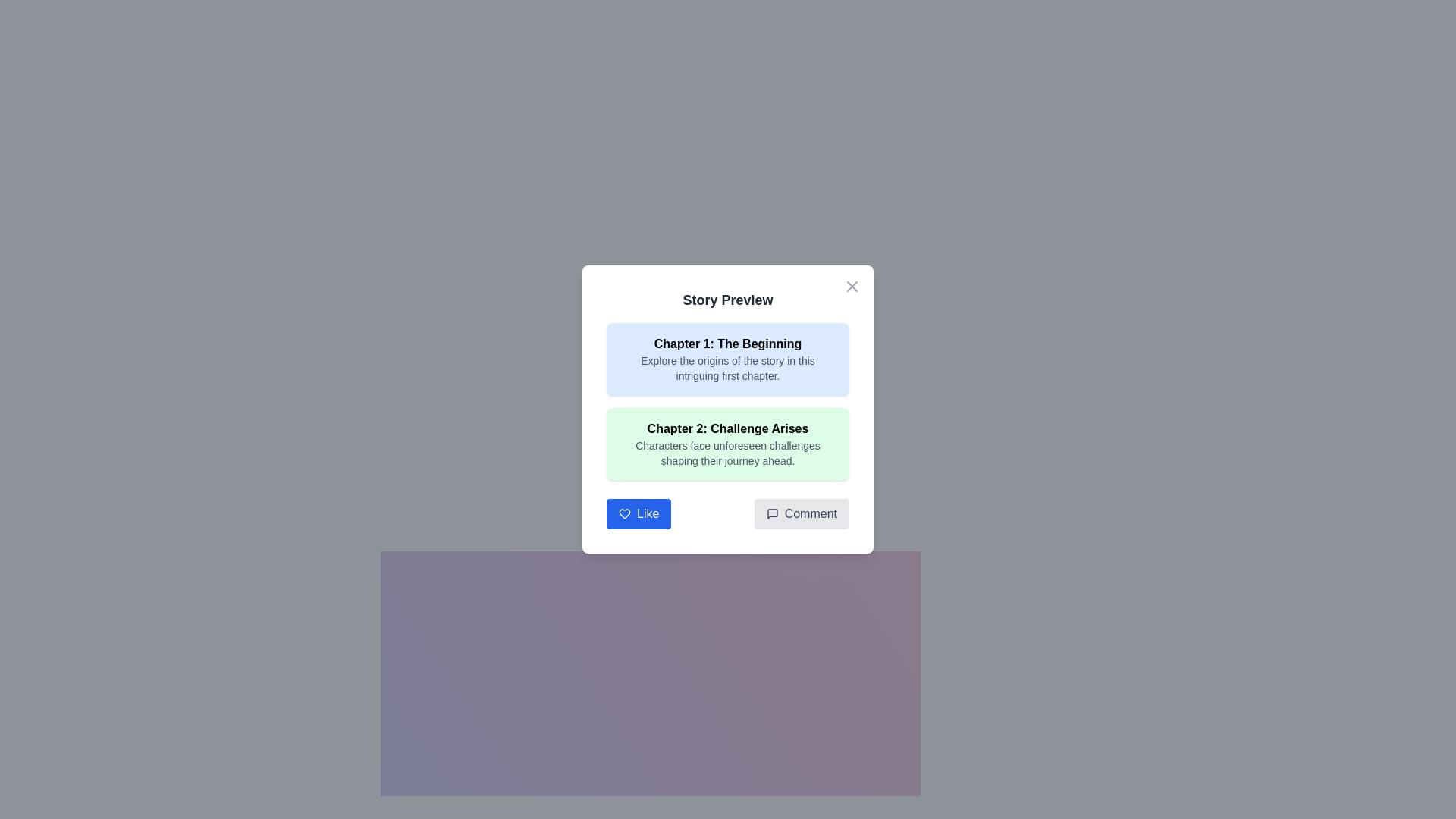 The width and height of the screenshot is (1456, 819). What do you see at coordinates (772, 513) in the screenshot?
I see `the 'Comment' icon, which is a vector graphic located near the bottom of the interface` at bounding box center [772, 513].